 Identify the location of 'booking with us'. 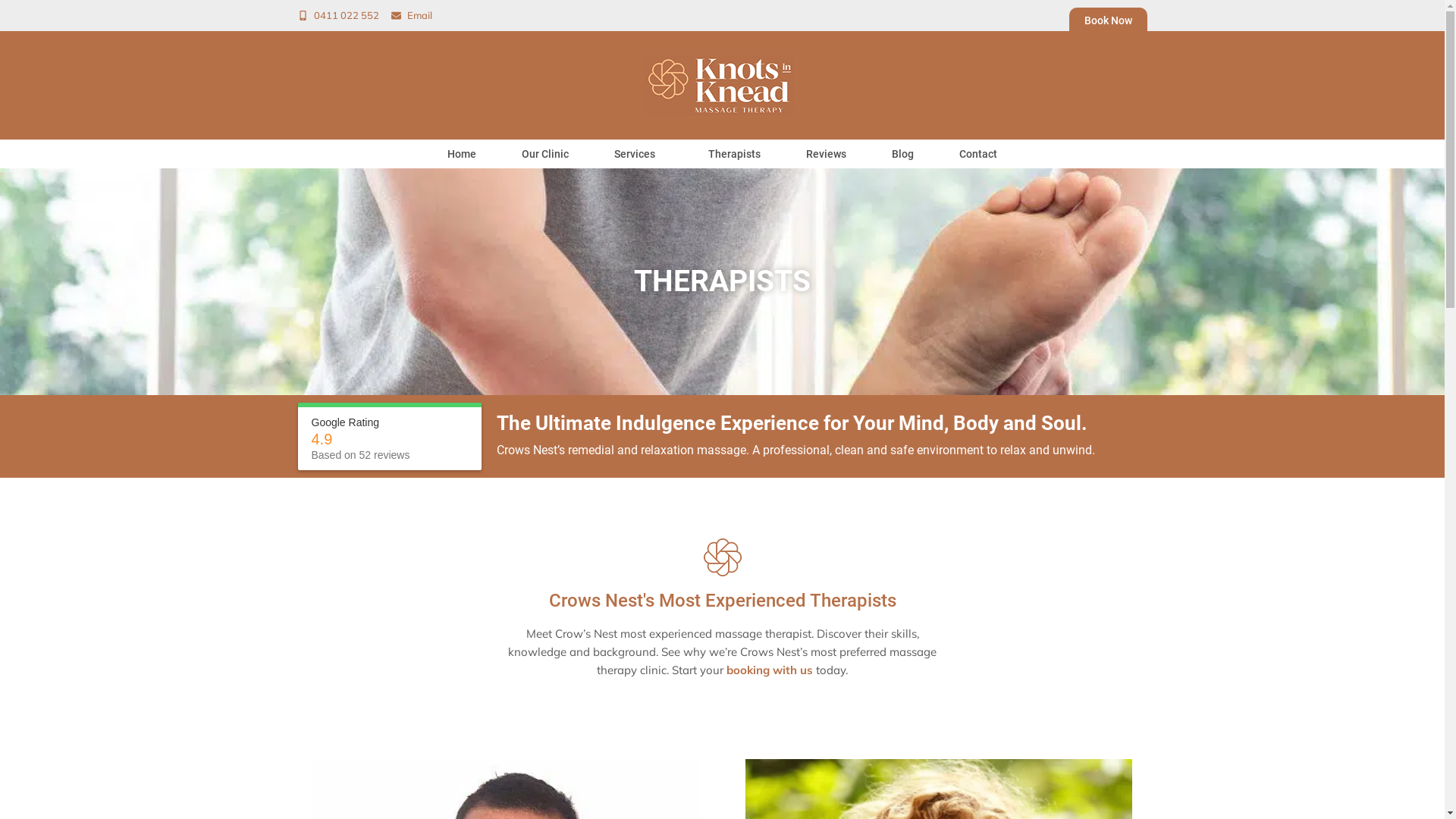
(769, 669).